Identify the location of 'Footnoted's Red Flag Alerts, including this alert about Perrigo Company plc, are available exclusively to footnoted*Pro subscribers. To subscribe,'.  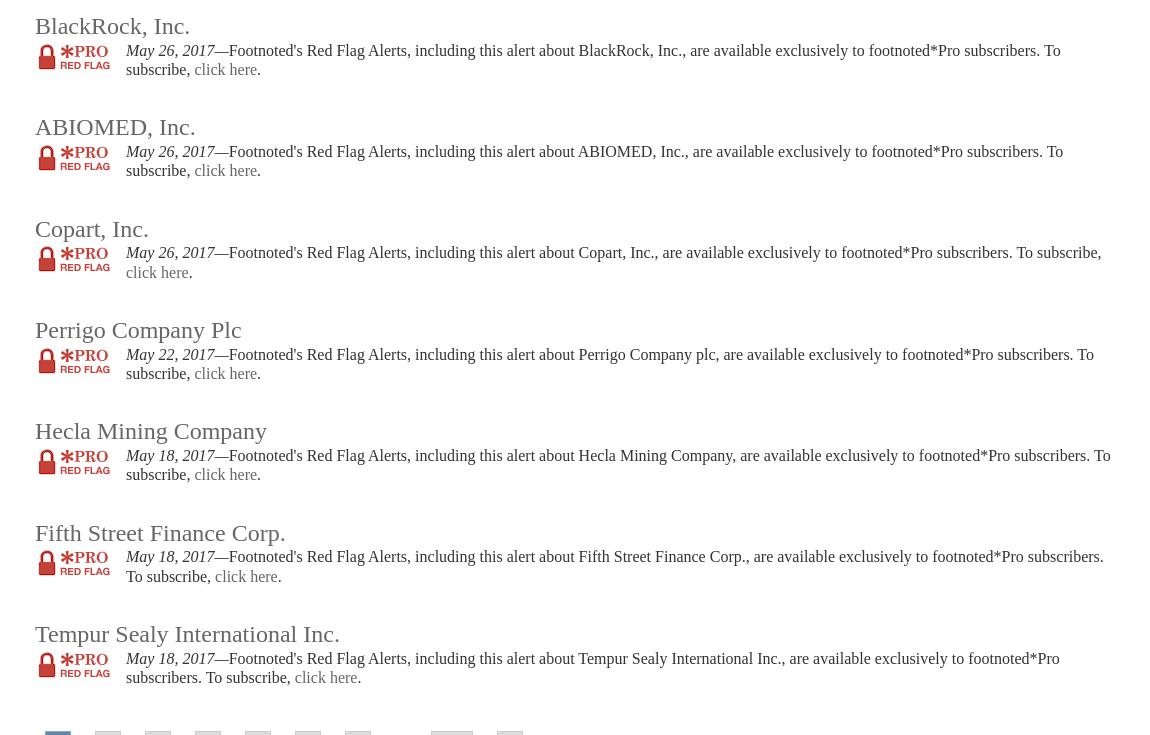
(608, 362).